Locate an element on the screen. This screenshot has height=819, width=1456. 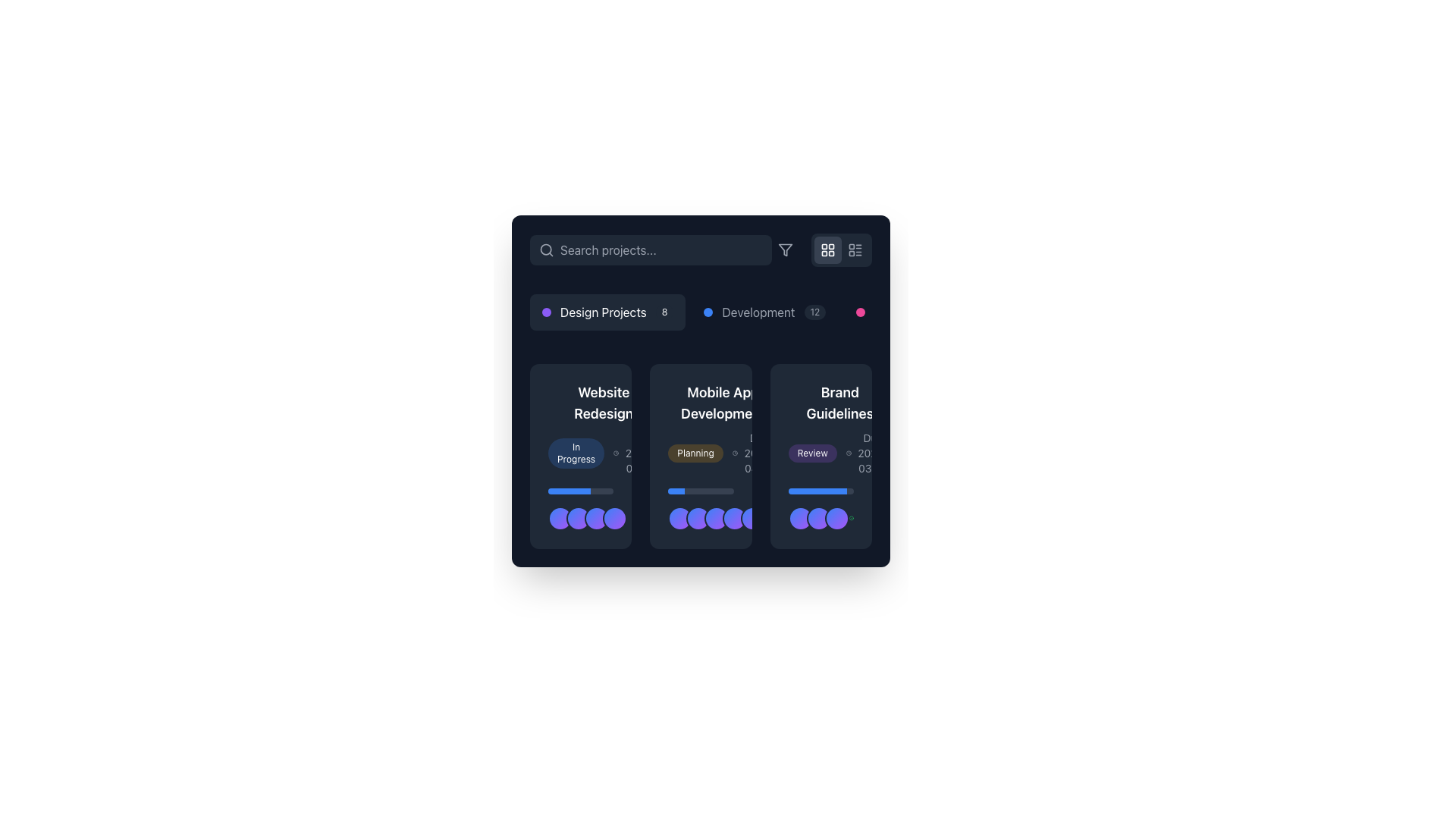
the SVG icon representing the concept of time, which is located to the left of the text block reading 'Due 2024-03-15' is located at coordinates (616, 452).